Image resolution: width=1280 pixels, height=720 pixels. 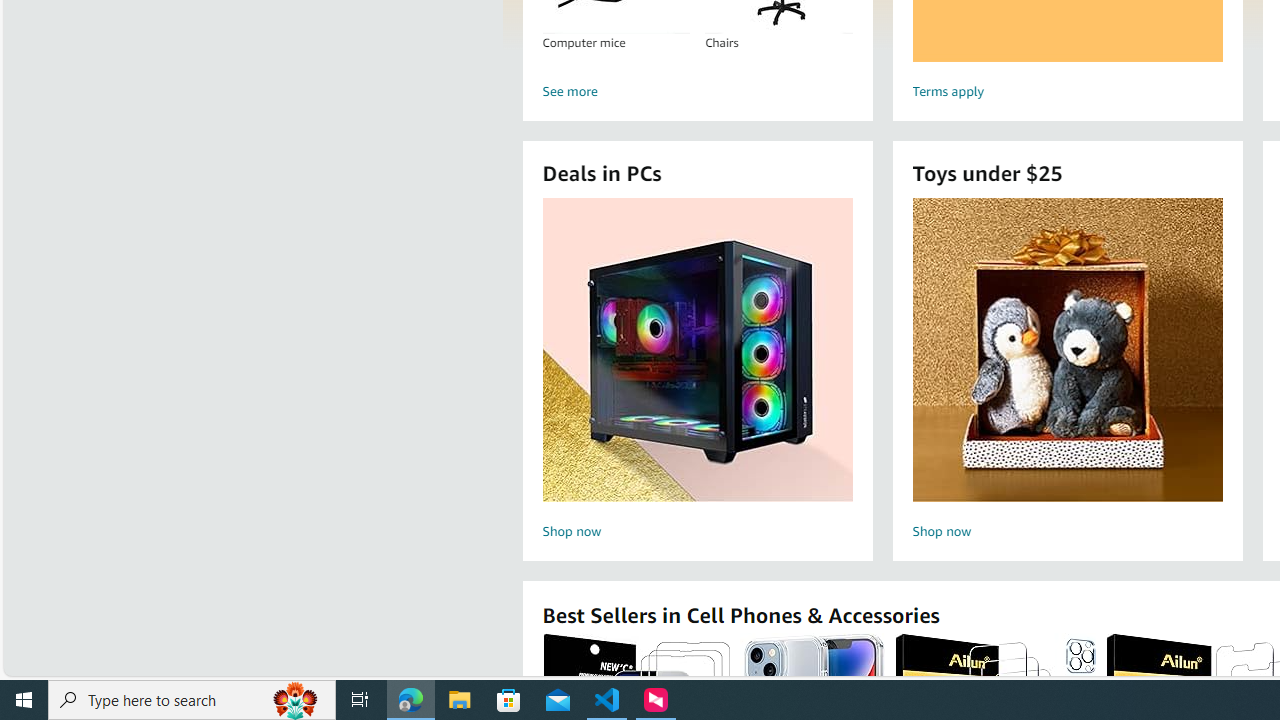 I want to click on 'Toys under $25 Shop now', so click(x=1066, y=371).